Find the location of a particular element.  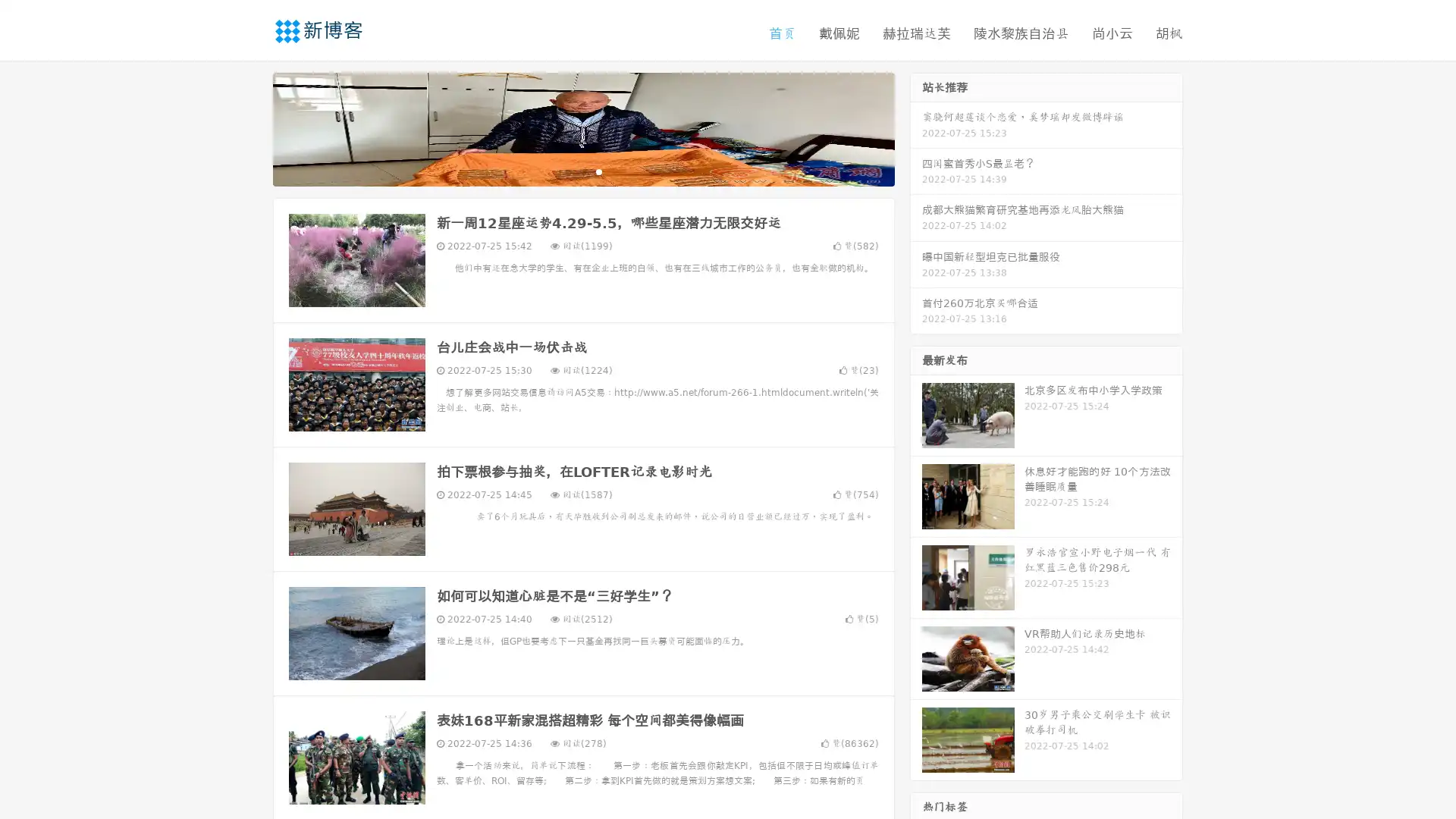

Go to slide 1 is located at coordinates (567, 171).